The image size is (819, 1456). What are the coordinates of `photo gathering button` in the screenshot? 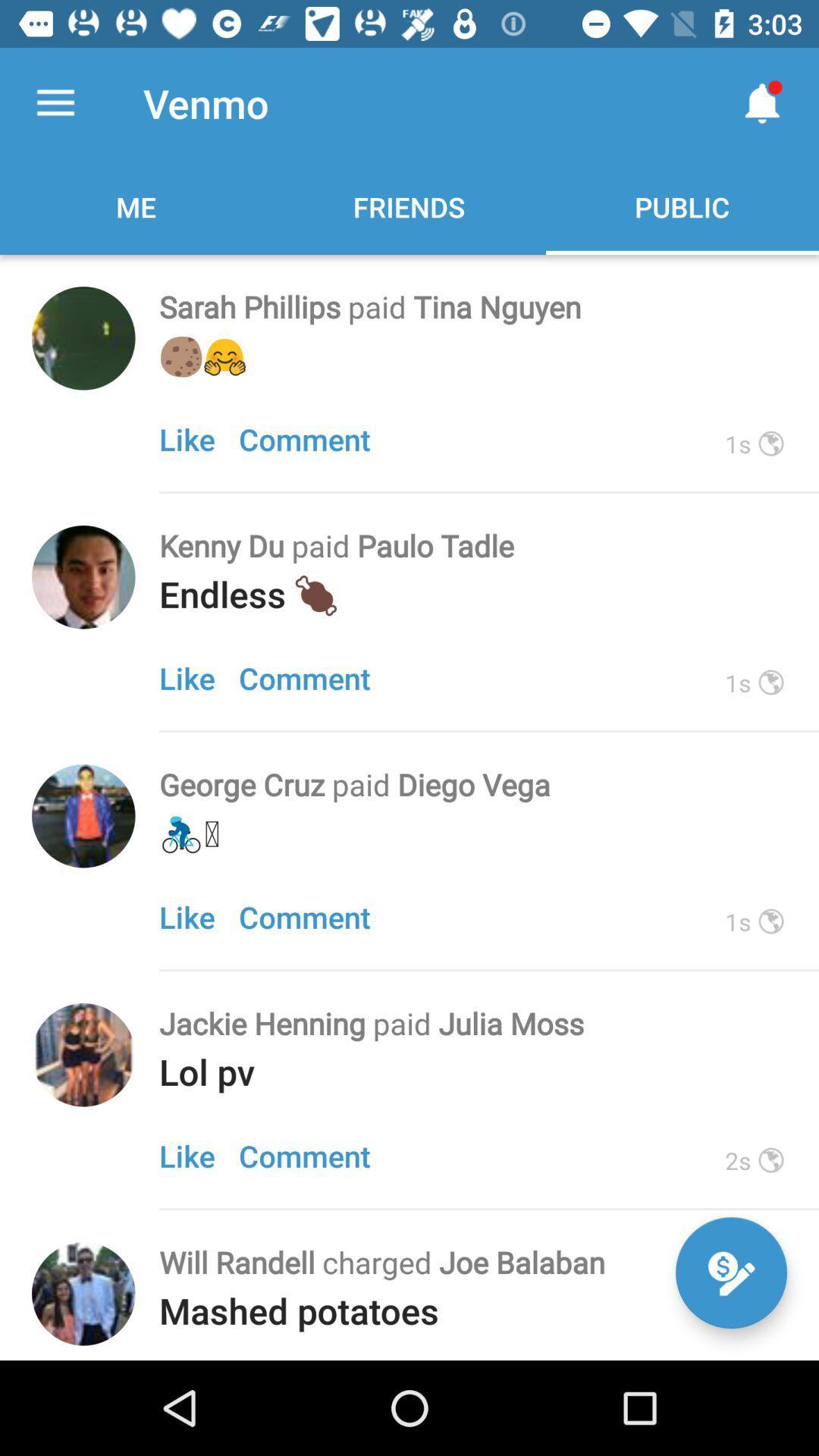 It's located at (83, 815).